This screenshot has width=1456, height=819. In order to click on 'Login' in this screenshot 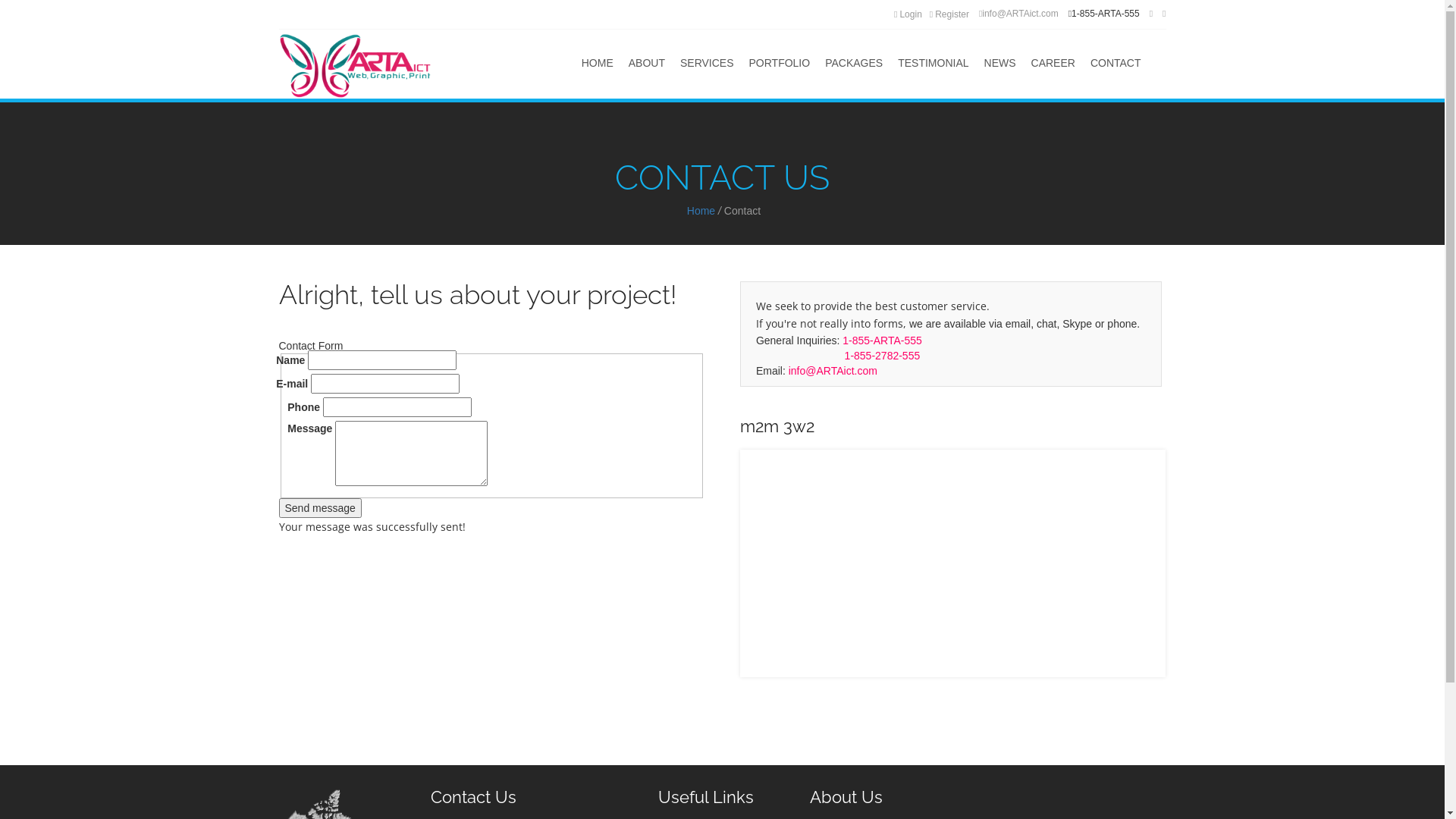, I will do `click(908, 14)`.